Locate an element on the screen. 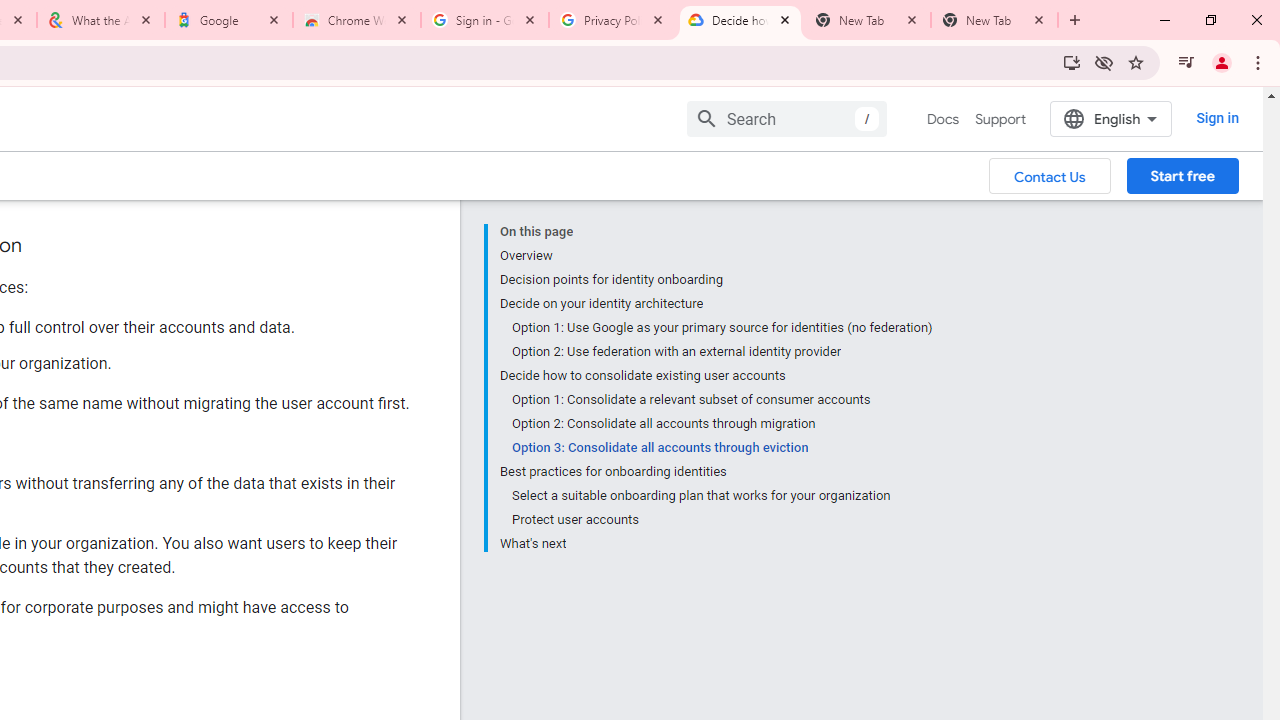  'Option 2: Use federation with an external identity provider' is located at coordinates (720, 351).